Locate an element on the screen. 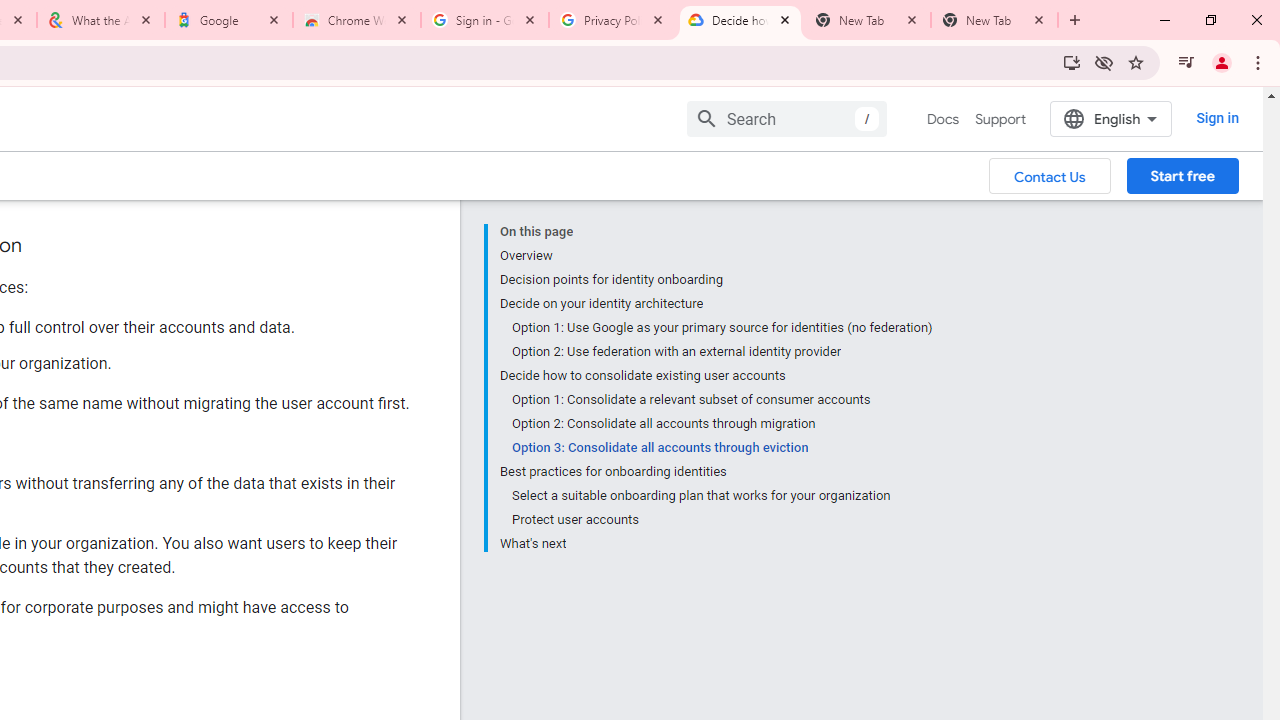  'Option 2: Use federation with an external identity provider' is located at coordinates (720, 351).